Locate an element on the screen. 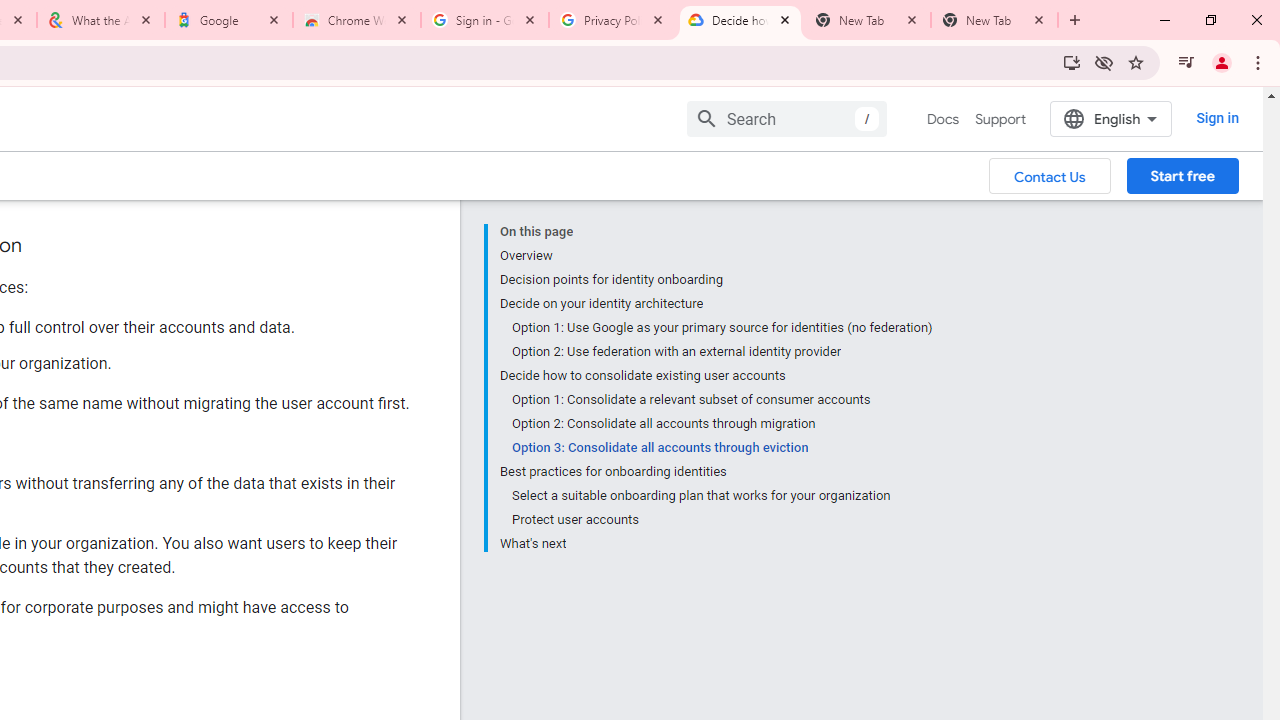  'Option 2: Use federation with an external identity provider' is located at coordinates (720, 351).